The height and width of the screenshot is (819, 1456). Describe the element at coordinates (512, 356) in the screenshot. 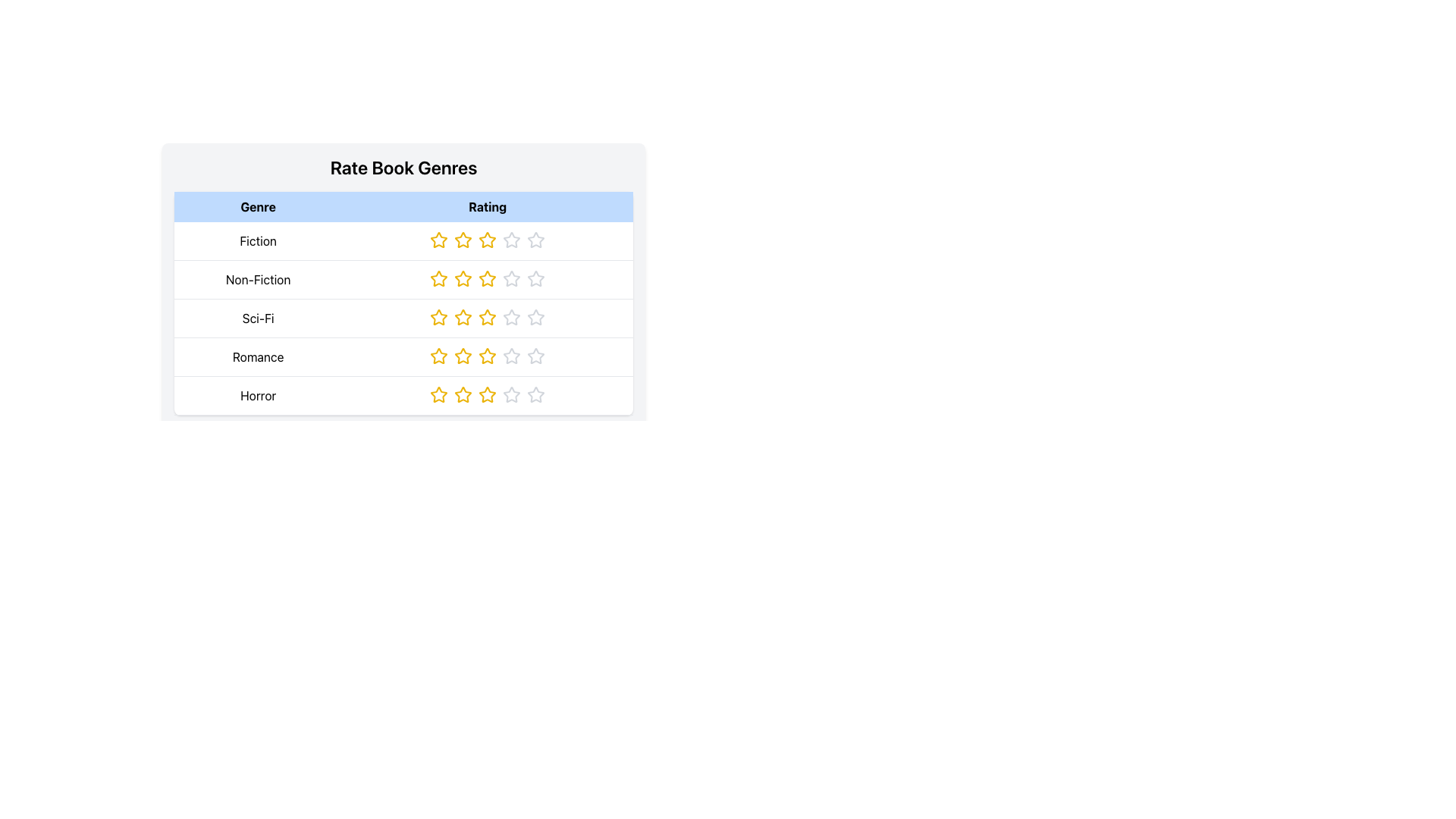

I see `the fourth star-shaped icon in the 'Rating' column for the 'Romance' genre` at that location.